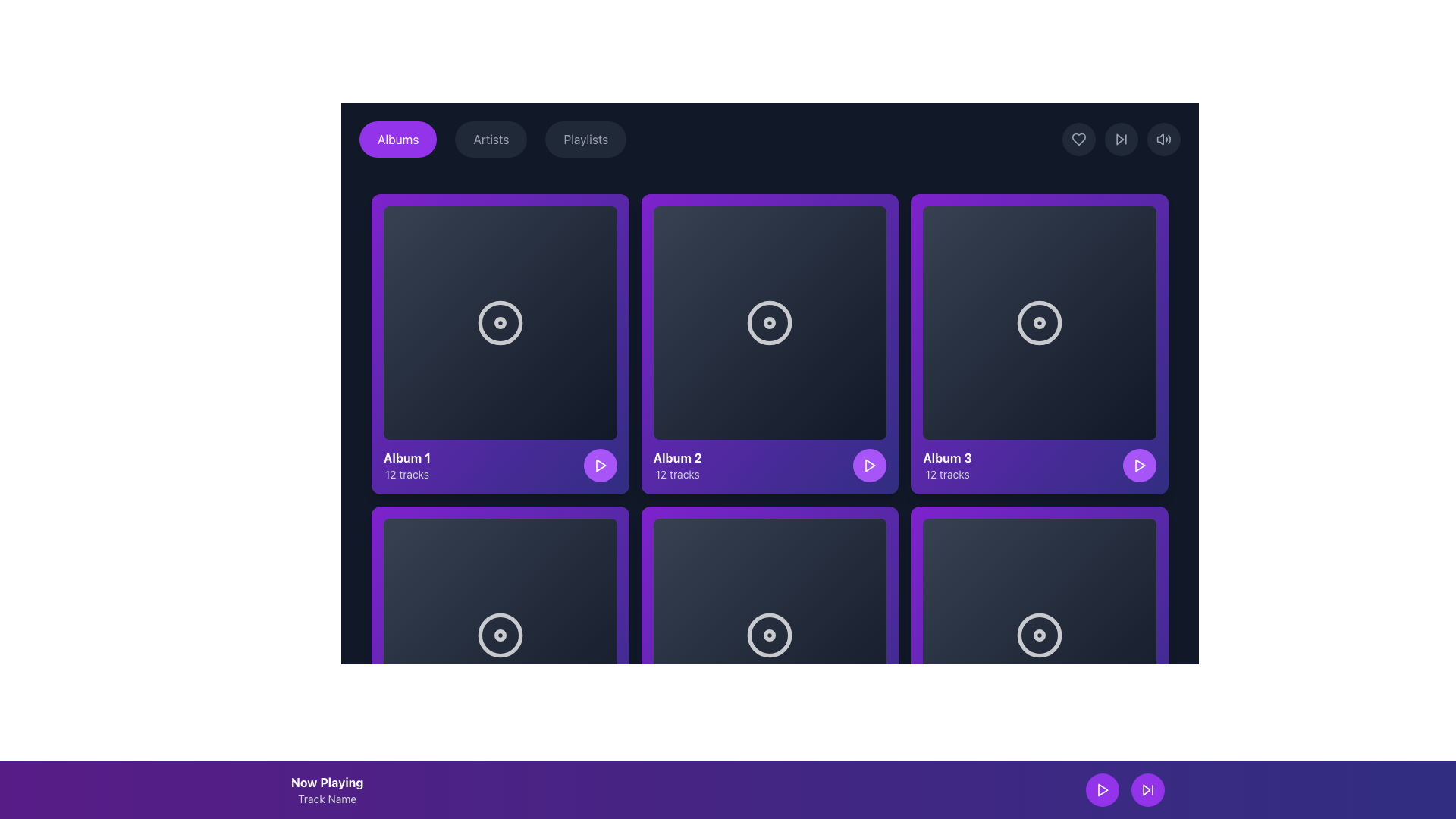 This screenshot has width=1456, height=819. What do you see at coordinates (500, 635) in the screenshot?
I see `the static decorative SVG circle that serves as a visual indicator for the compact disc icon, located at the center of the lower-left tile of the grid layout displaying album covers` at bounding box center [500, 635].